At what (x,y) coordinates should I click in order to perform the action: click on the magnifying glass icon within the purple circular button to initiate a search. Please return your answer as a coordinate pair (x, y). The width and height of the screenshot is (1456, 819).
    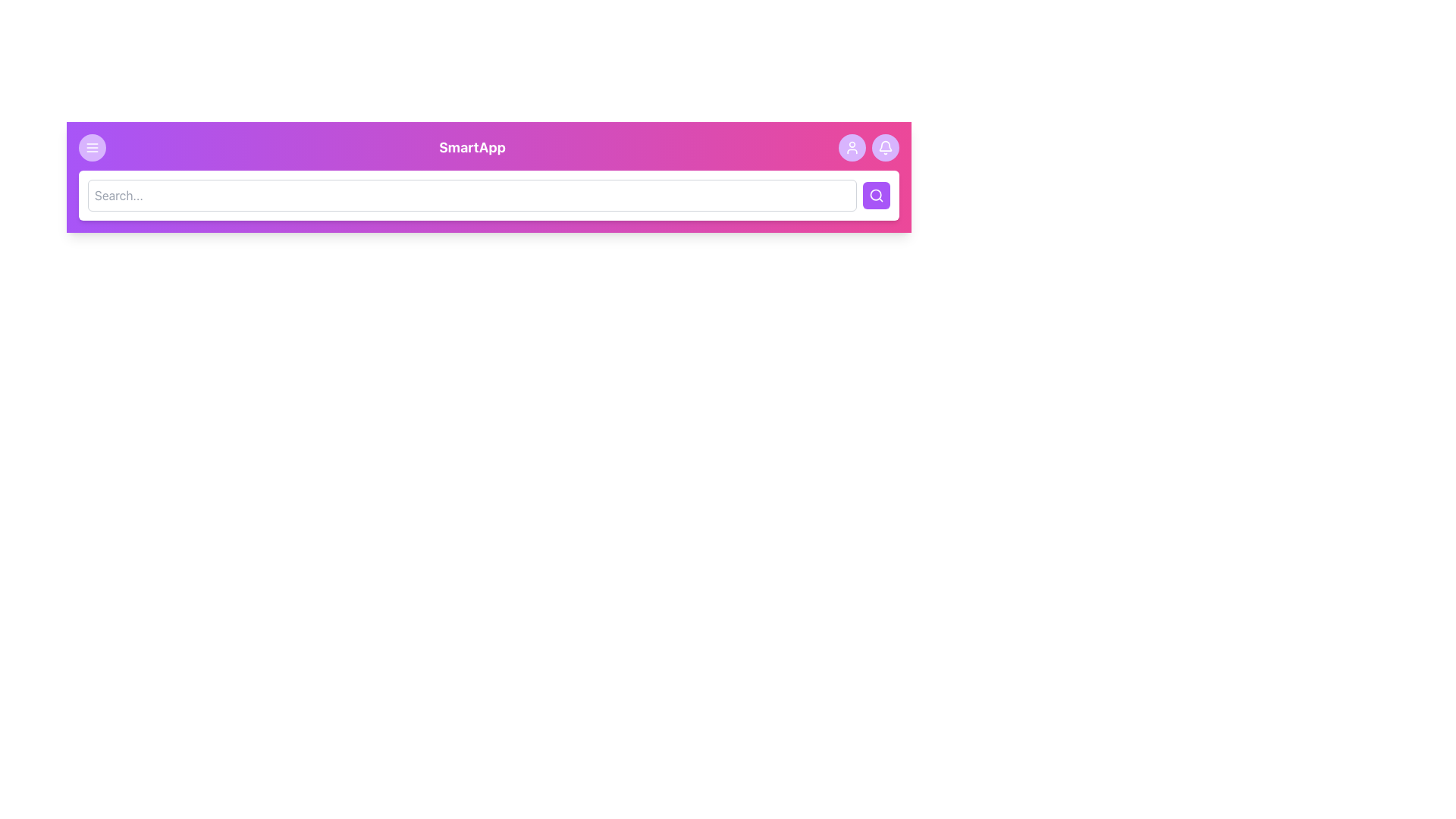
    Looking at the image, I should click on (877, 195).